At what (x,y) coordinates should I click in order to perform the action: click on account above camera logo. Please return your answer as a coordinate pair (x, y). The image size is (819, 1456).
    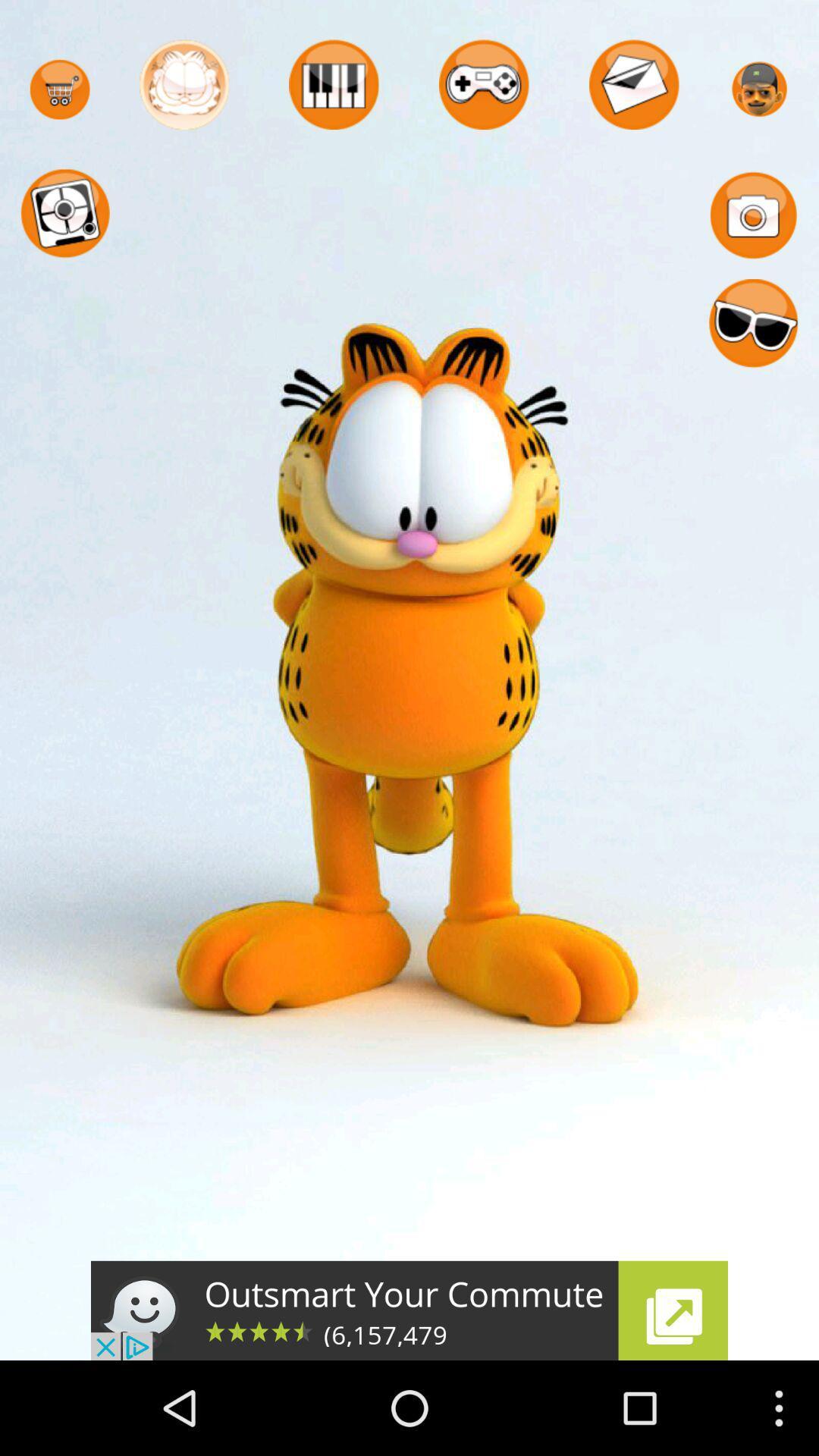
    Looking at the image, I should click on (759, 89).